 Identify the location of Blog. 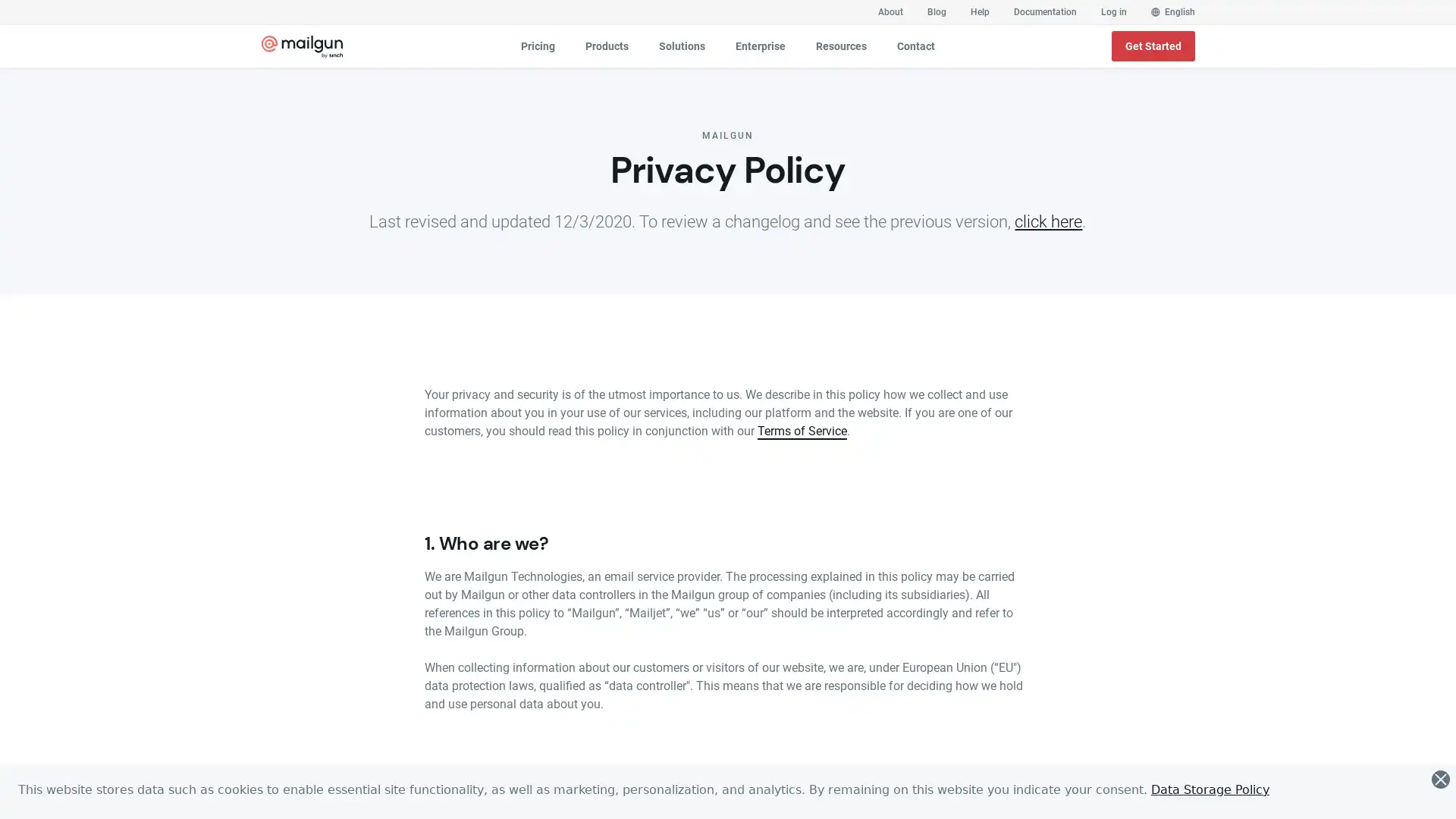
(936, 11).